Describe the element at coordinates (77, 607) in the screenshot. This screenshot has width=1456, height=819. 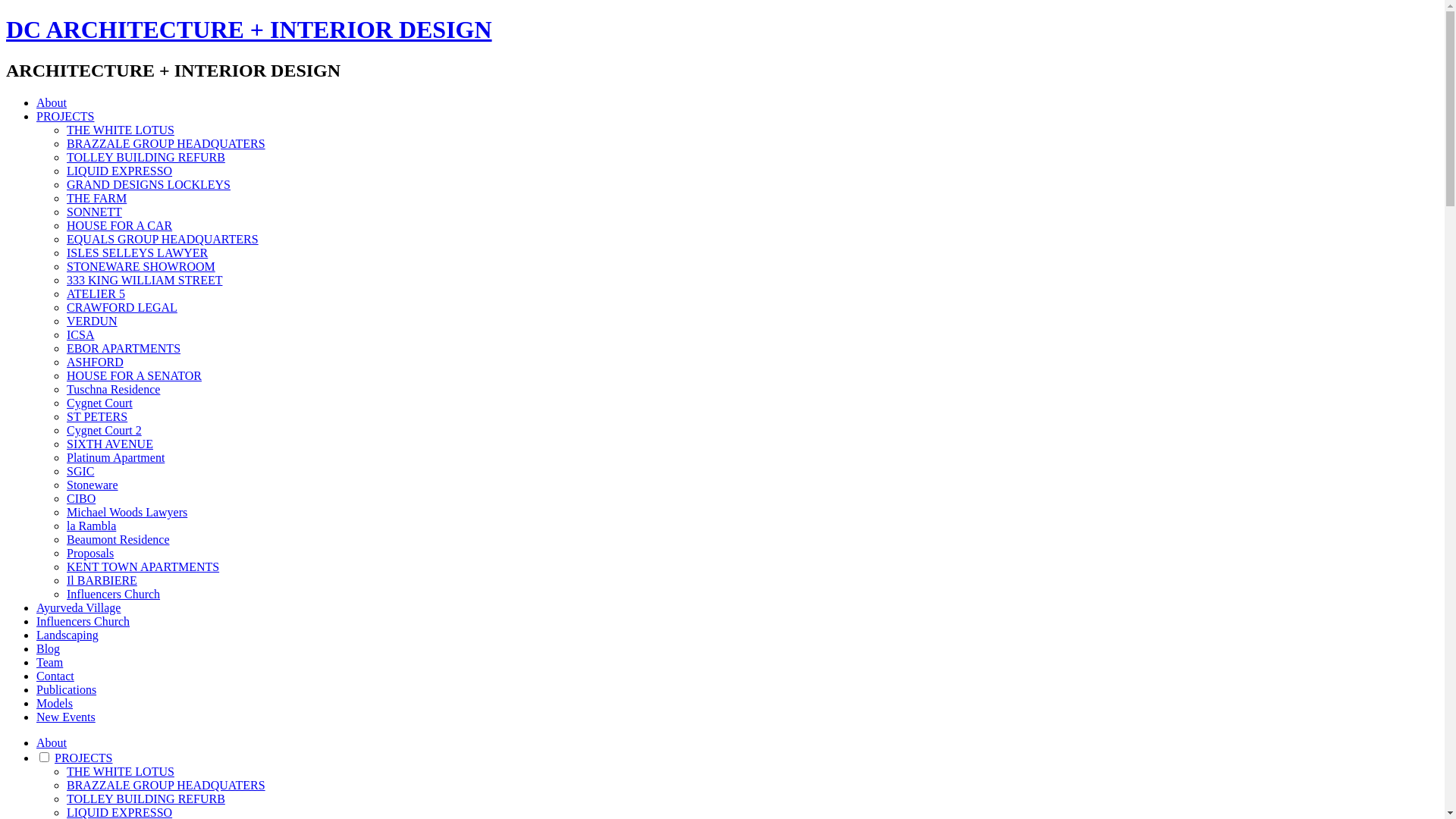
I see `'Ayurveda Village'` at that location.